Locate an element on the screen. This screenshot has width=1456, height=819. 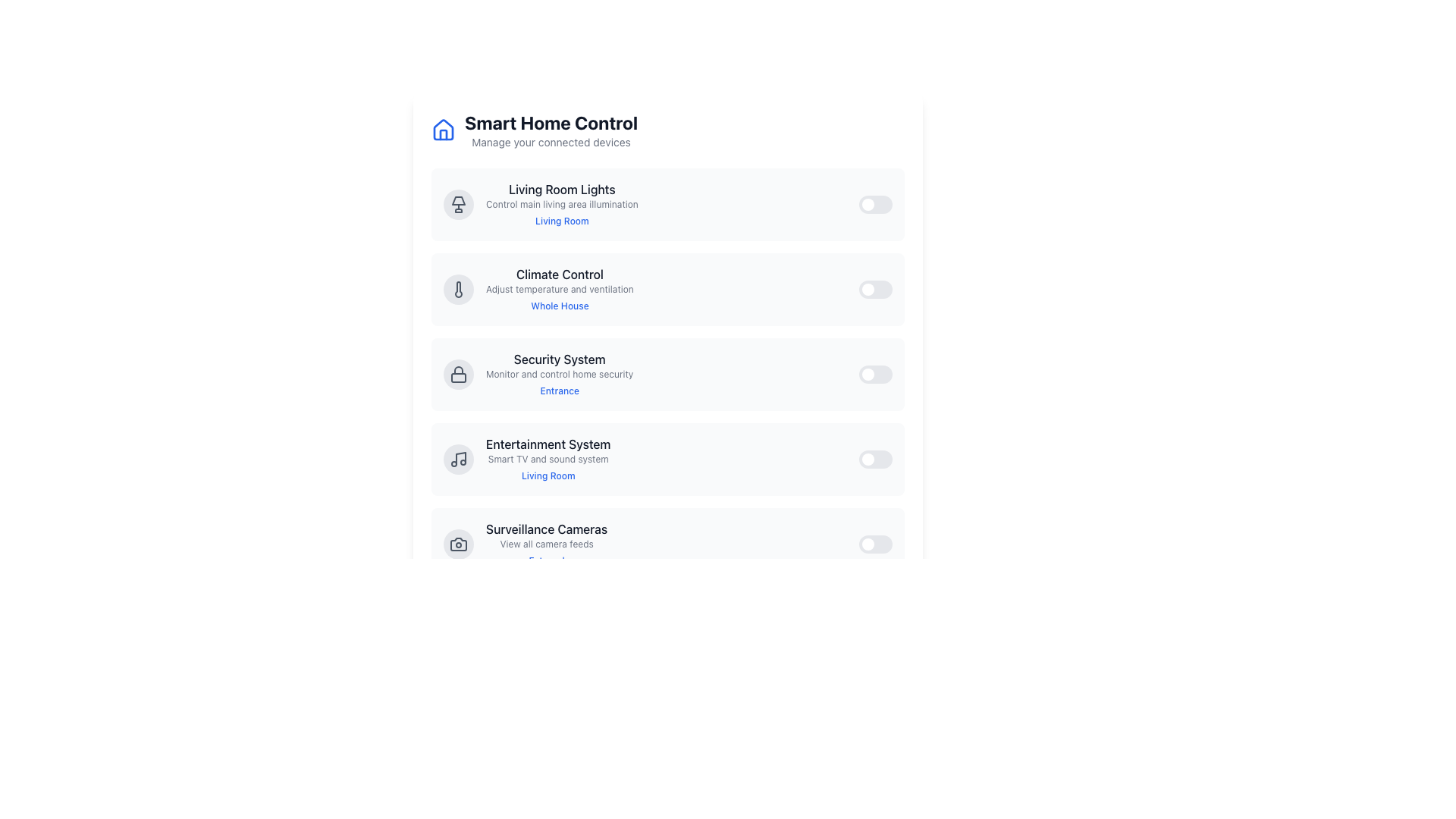
the toggle switch for 'Climate Control' in the smart home interface to change its state is located at coordinates (667, 289).